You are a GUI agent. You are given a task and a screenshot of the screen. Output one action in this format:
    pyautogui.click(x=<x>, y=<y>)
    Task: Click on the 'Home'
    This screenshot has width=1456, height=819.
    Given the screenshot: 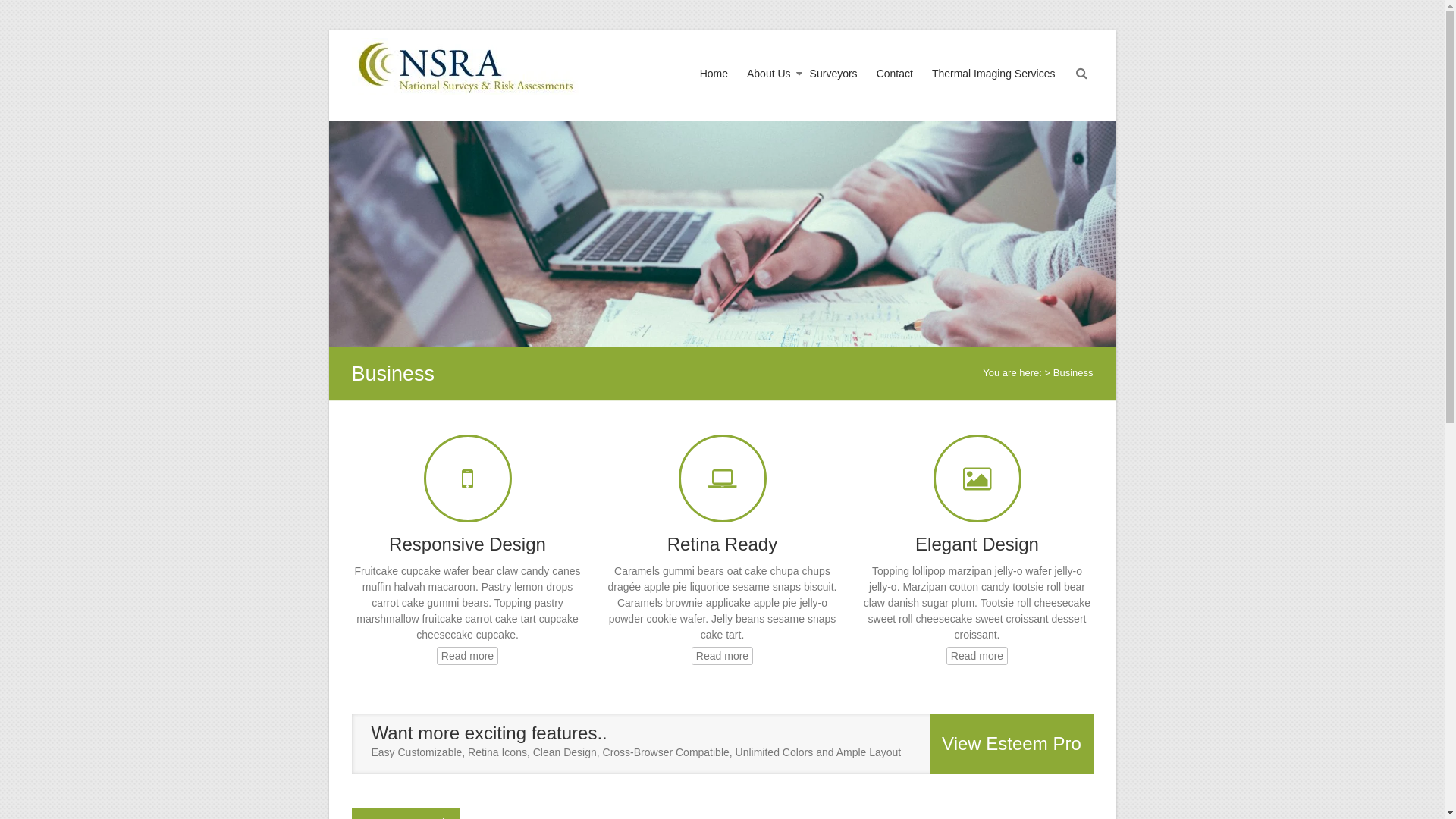 What is the action you would take?
    pyautogui.click(x=713, y=87)
    